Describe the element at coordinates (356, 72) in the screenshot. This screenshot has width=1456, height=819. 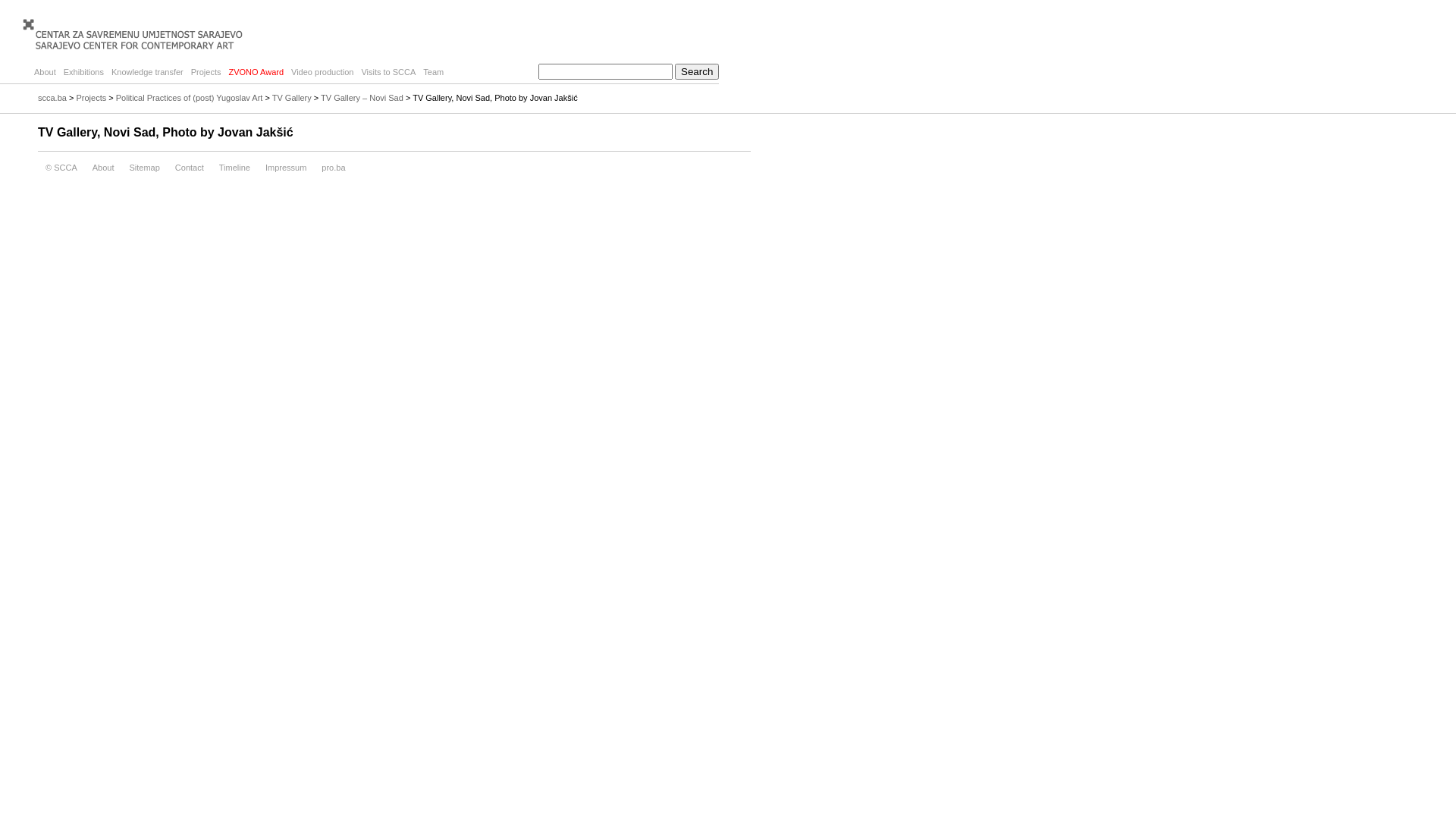
I see `'Visits to SCCA'` at that location.